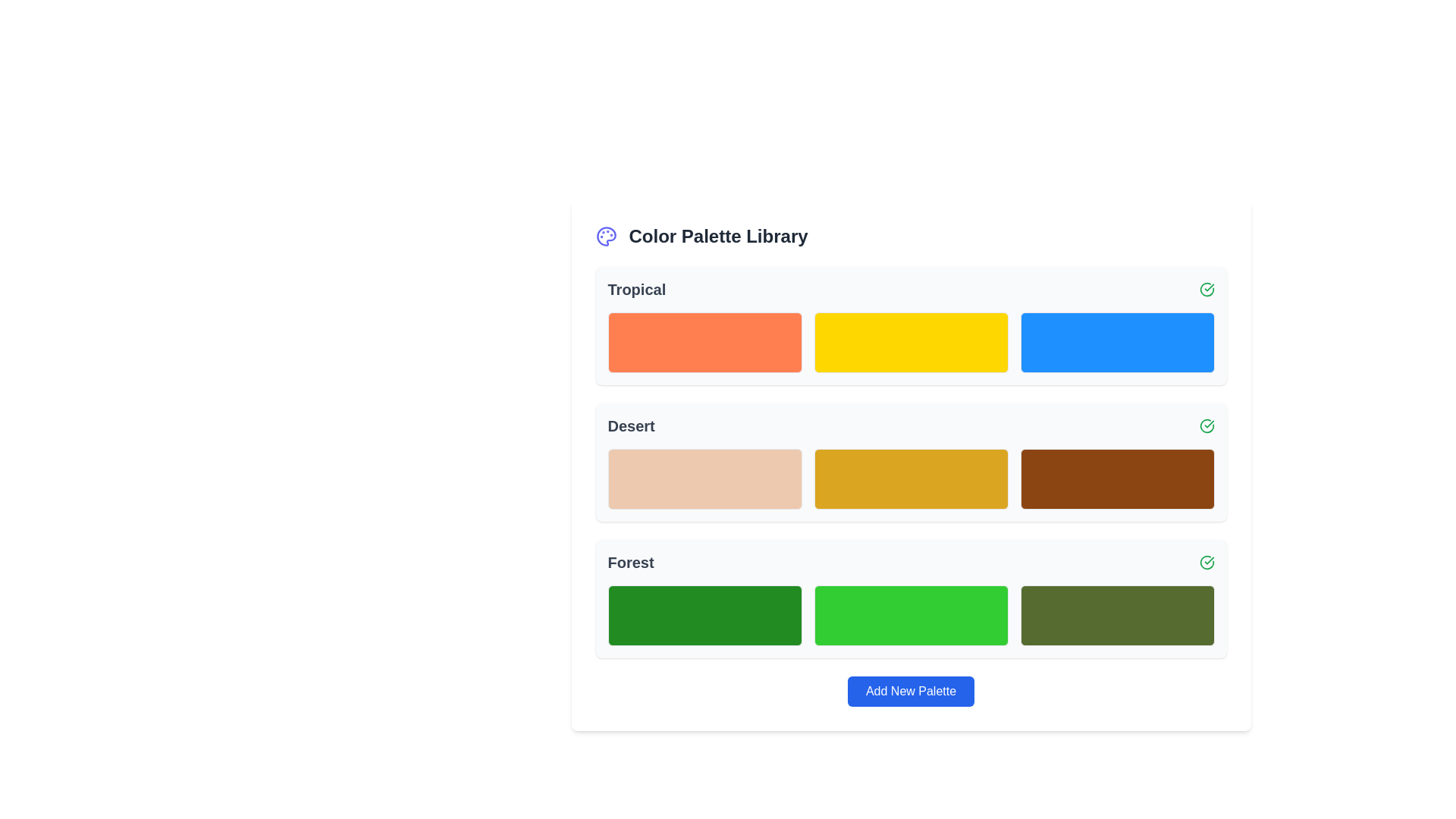 The image size is (1456, 819). Describe the element at coordinates (910, 479) in the screenshot. I see `the golden color swatch in the middle of the row within the 'Desert' palette section` at that location.